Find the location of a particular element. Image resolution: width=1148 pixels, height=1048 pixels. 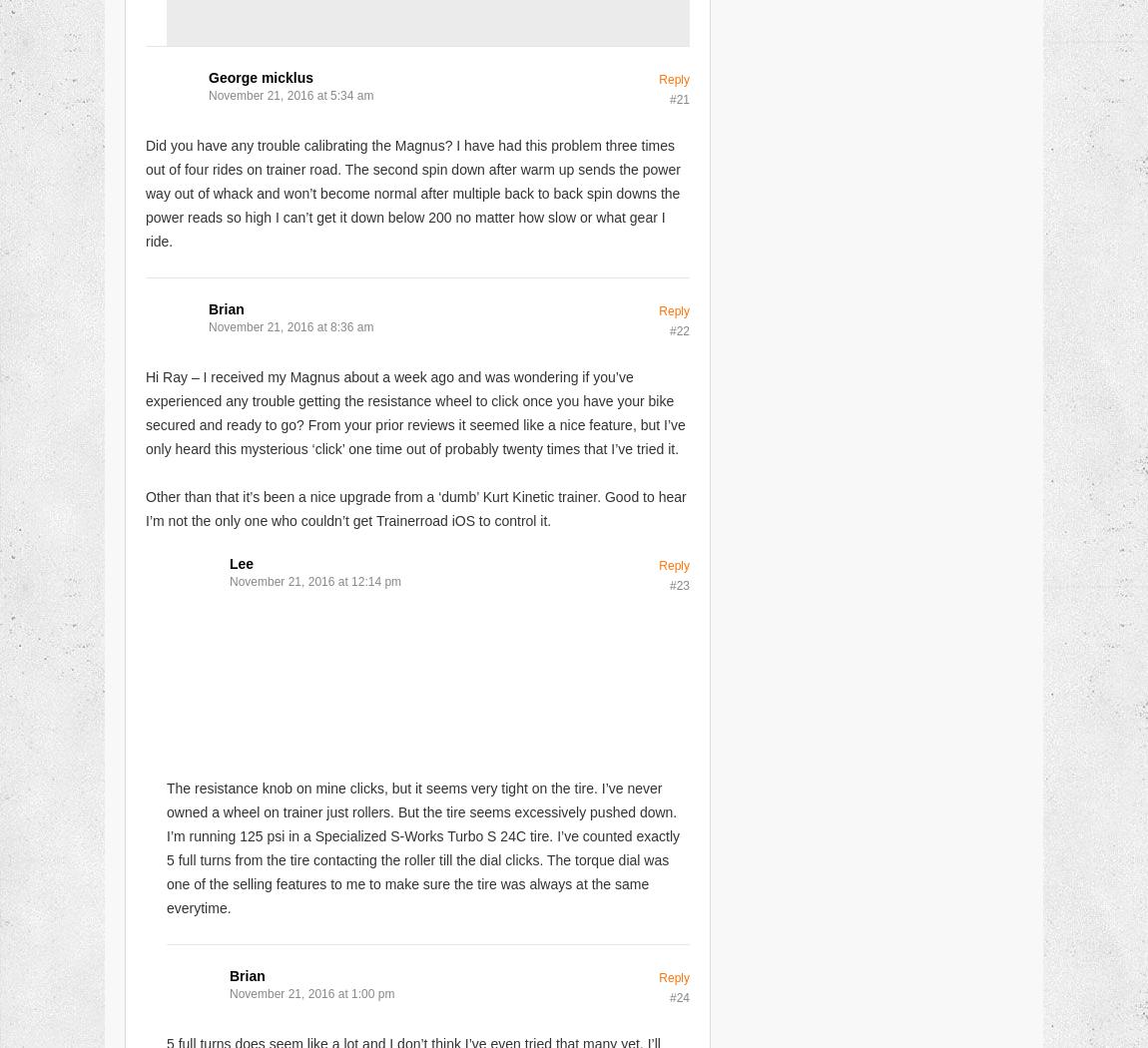

'November 21, 2016 at 1:00 pm' is located at coordinates (311, 992).